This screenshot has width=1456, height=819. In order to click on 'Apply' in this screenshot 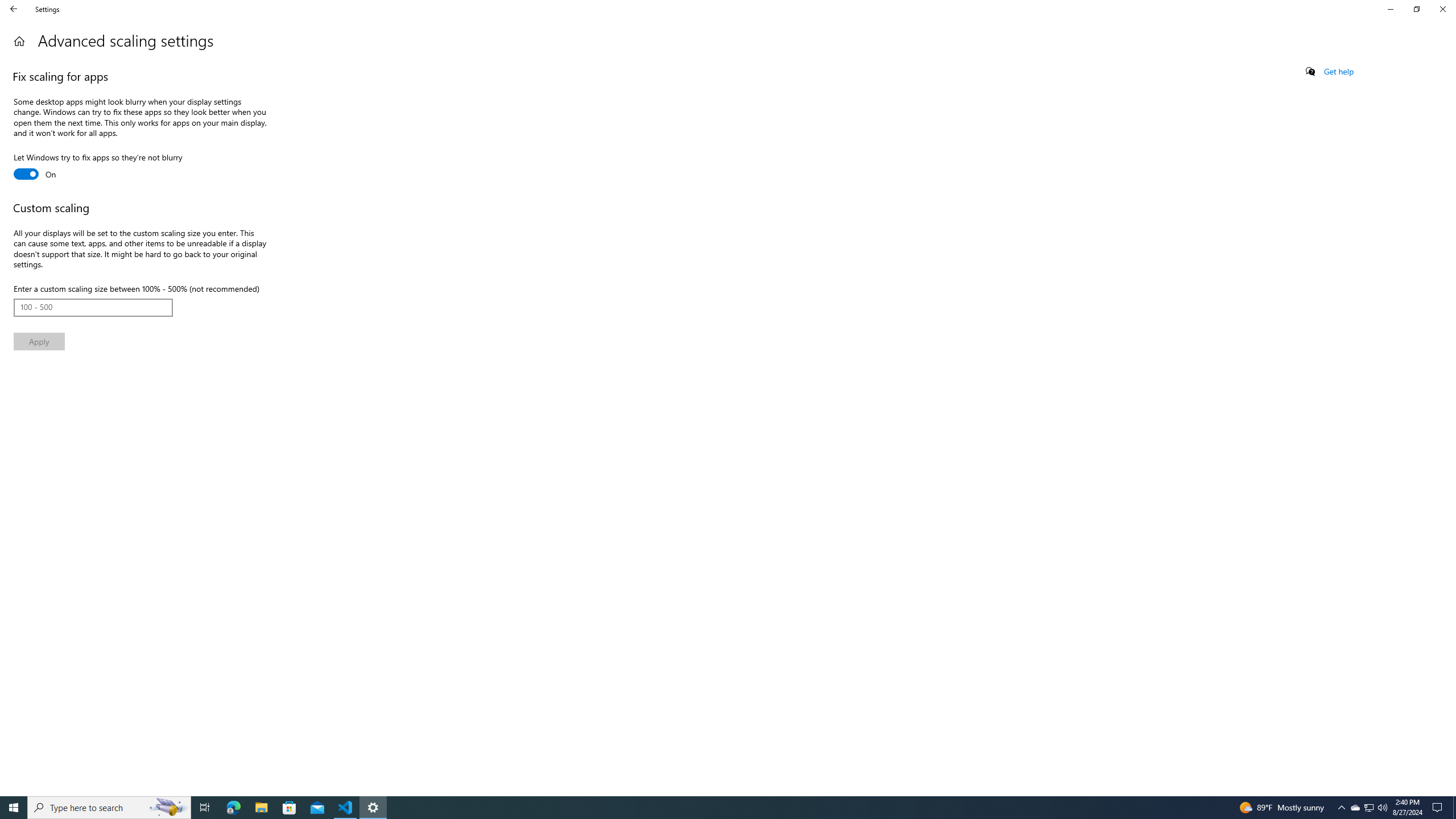, I will do `click(39, 341)`.